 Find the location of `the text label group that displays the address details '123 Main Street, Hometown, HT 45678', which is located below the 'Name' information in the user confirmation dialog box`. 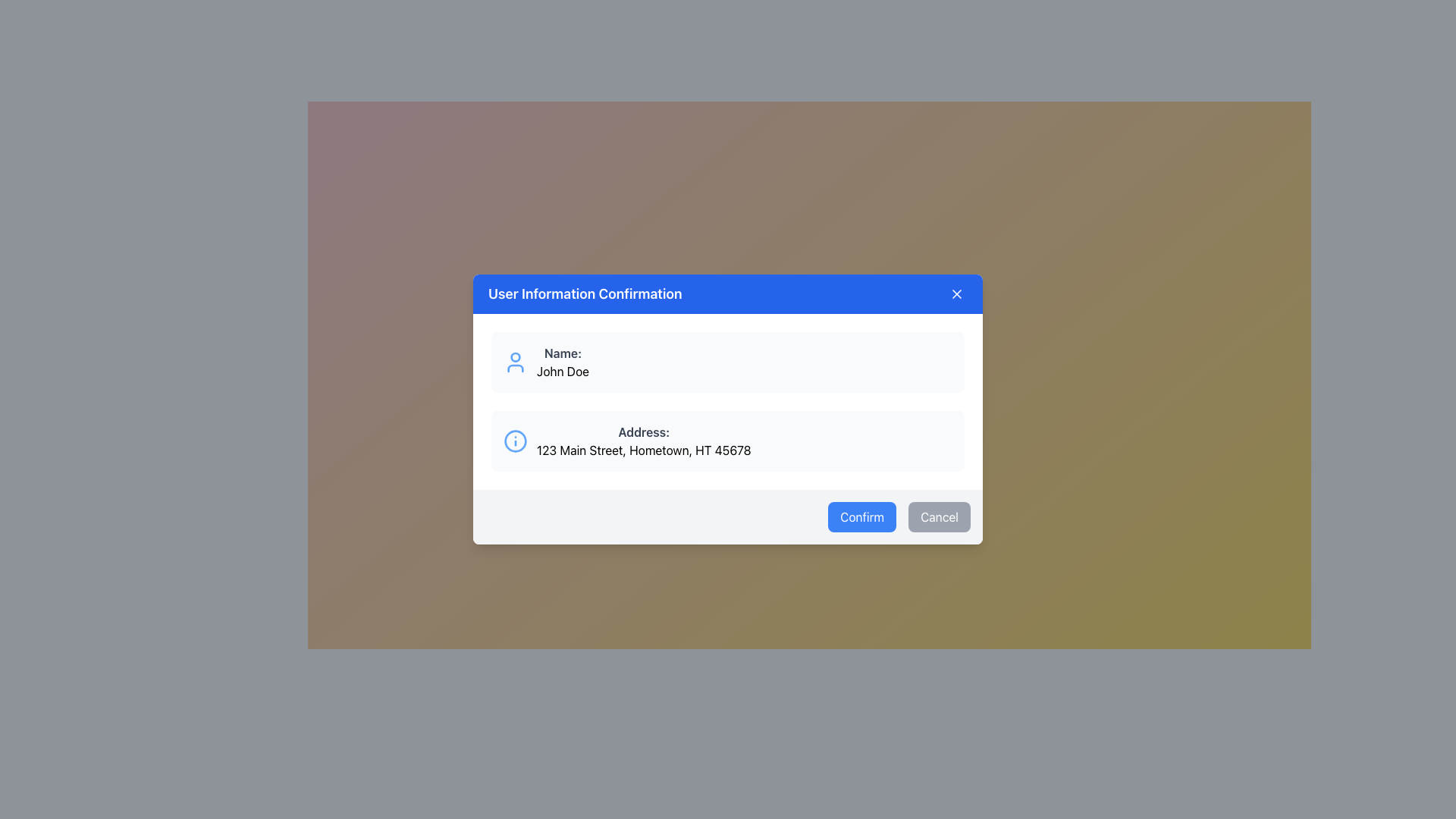

the text label group that displays the address details '123 Main Street, Hometown, HT 45678', which is located below the 'Name' information in the user confirmation dialog box is located at coordinates (644, 441).